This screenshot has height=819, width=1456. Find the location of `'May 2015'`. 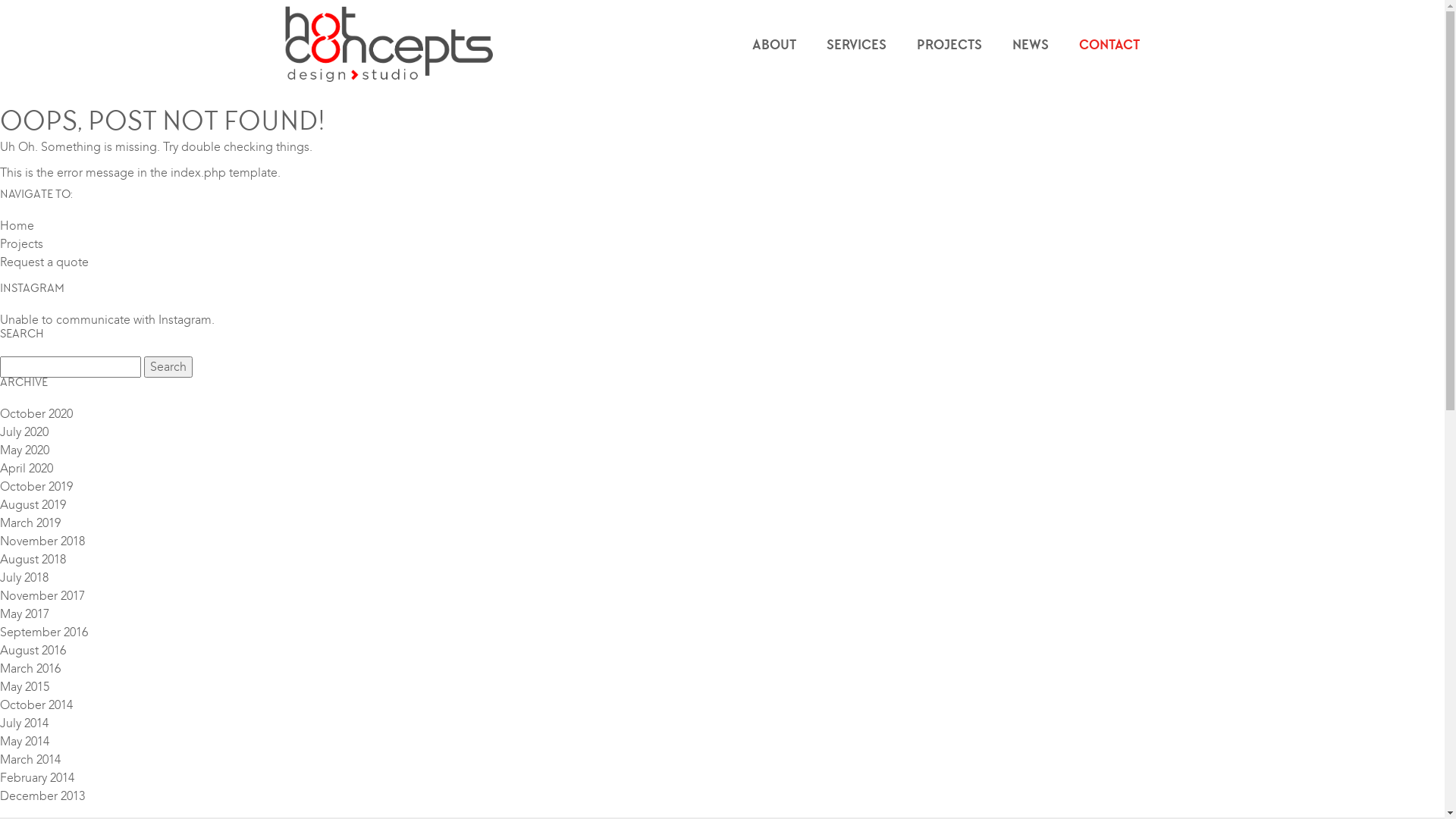

'May 2015' is located at coordinates (0, 687).